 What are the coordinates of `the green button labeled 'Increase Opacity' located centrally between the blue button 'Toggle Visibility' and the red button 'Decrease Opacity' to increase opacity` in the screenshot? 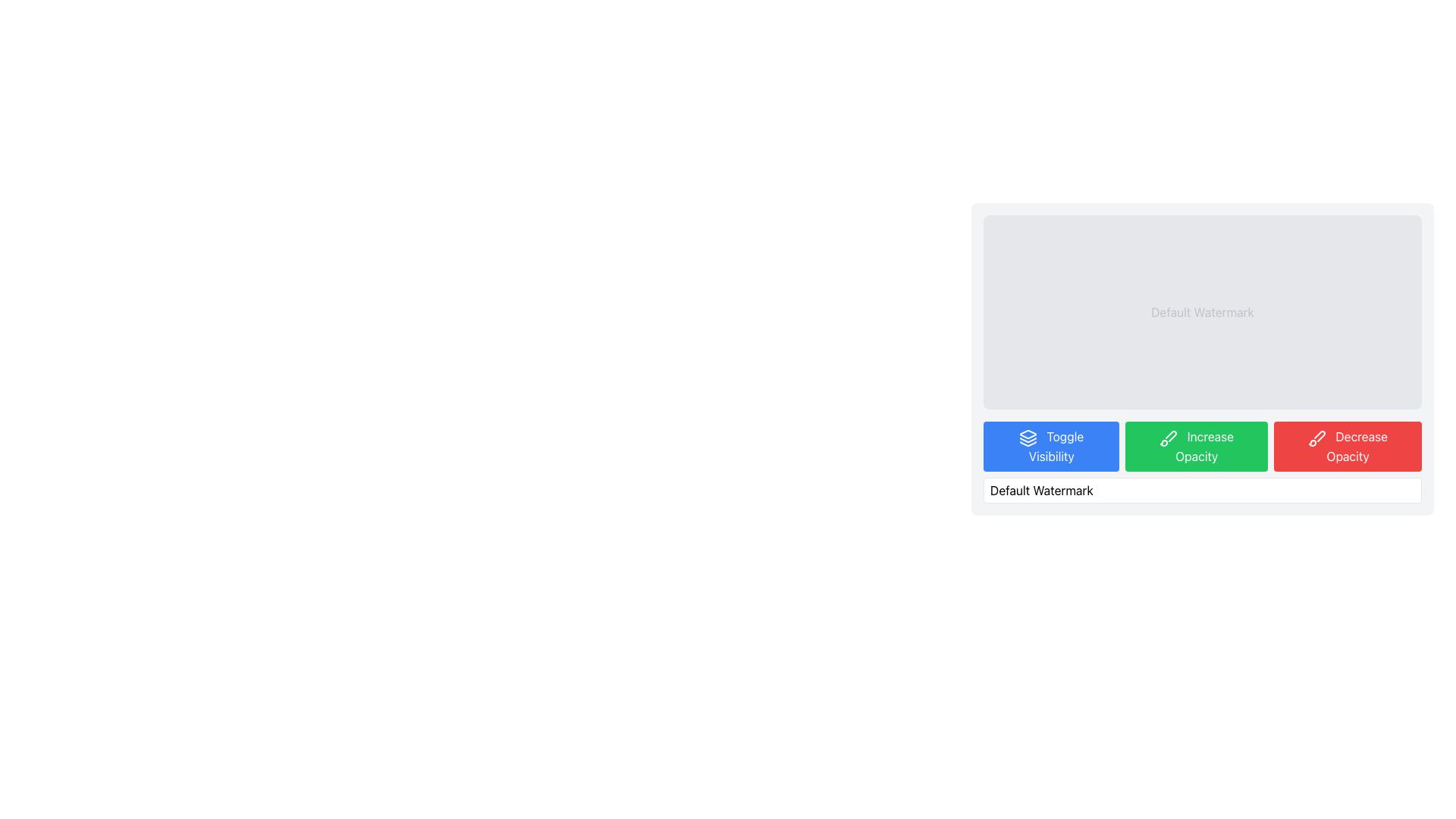 It's located at (1201, 461).